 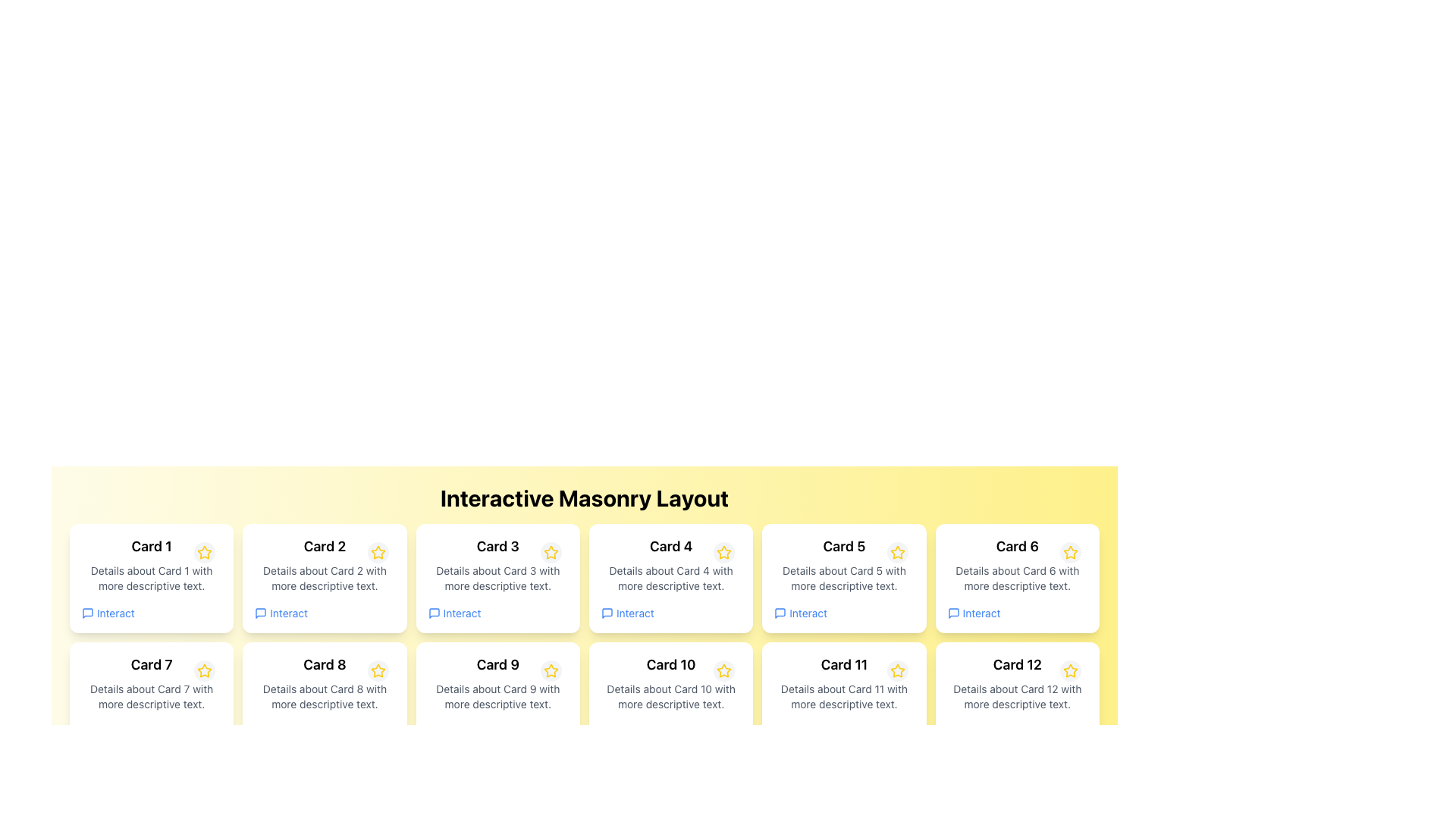 I want to click on the 'Interact' icon located to the left of the 'Interact' link under 'Card 6' in the third column of the second row, so click(x=952, y=613).